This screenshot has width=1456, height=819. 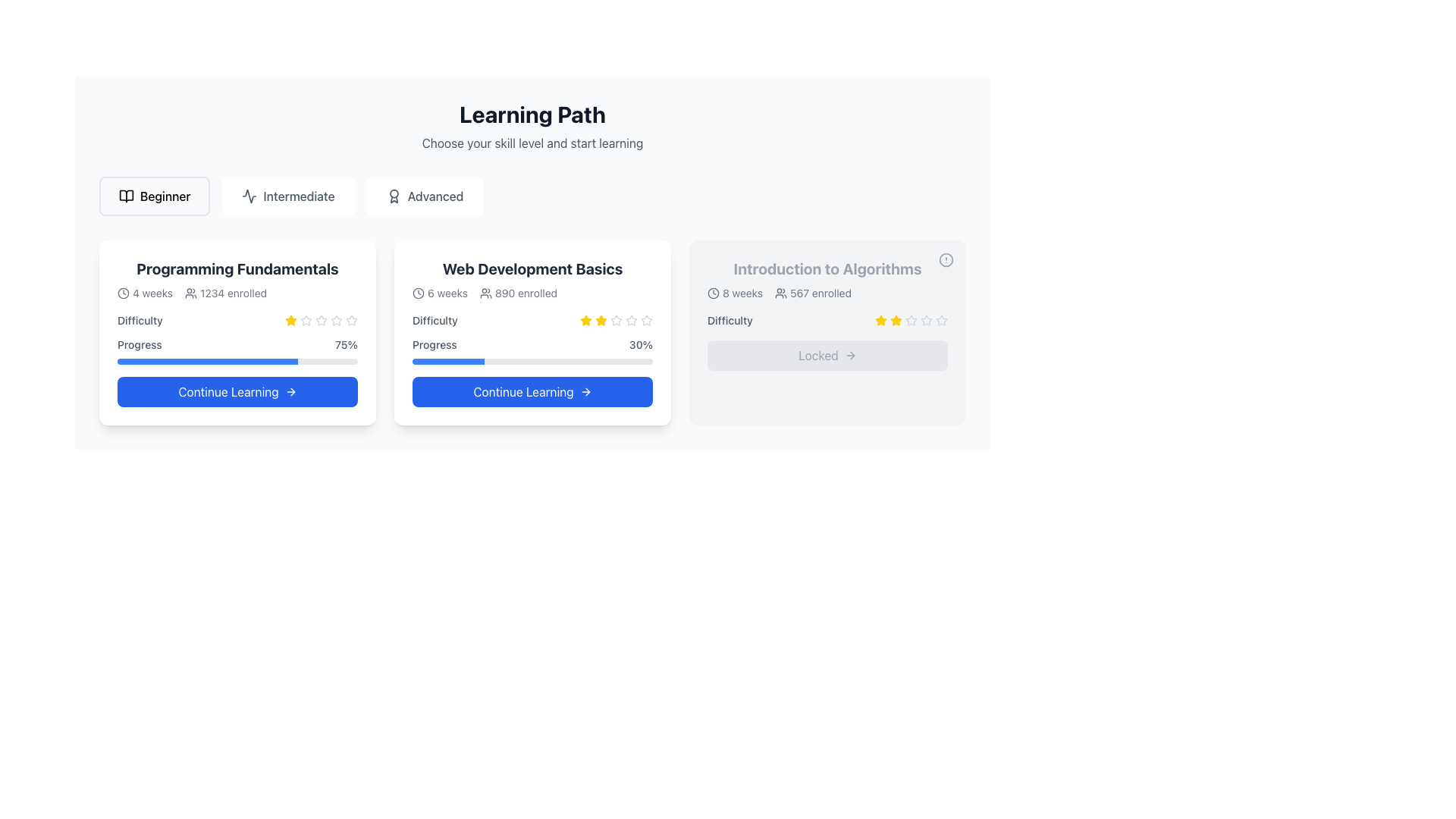 I want to click on the informational text displaying course duration and enrolled participants located in the third card under the 'Introduction to Algorithms' section, so click(x=827, y=293).